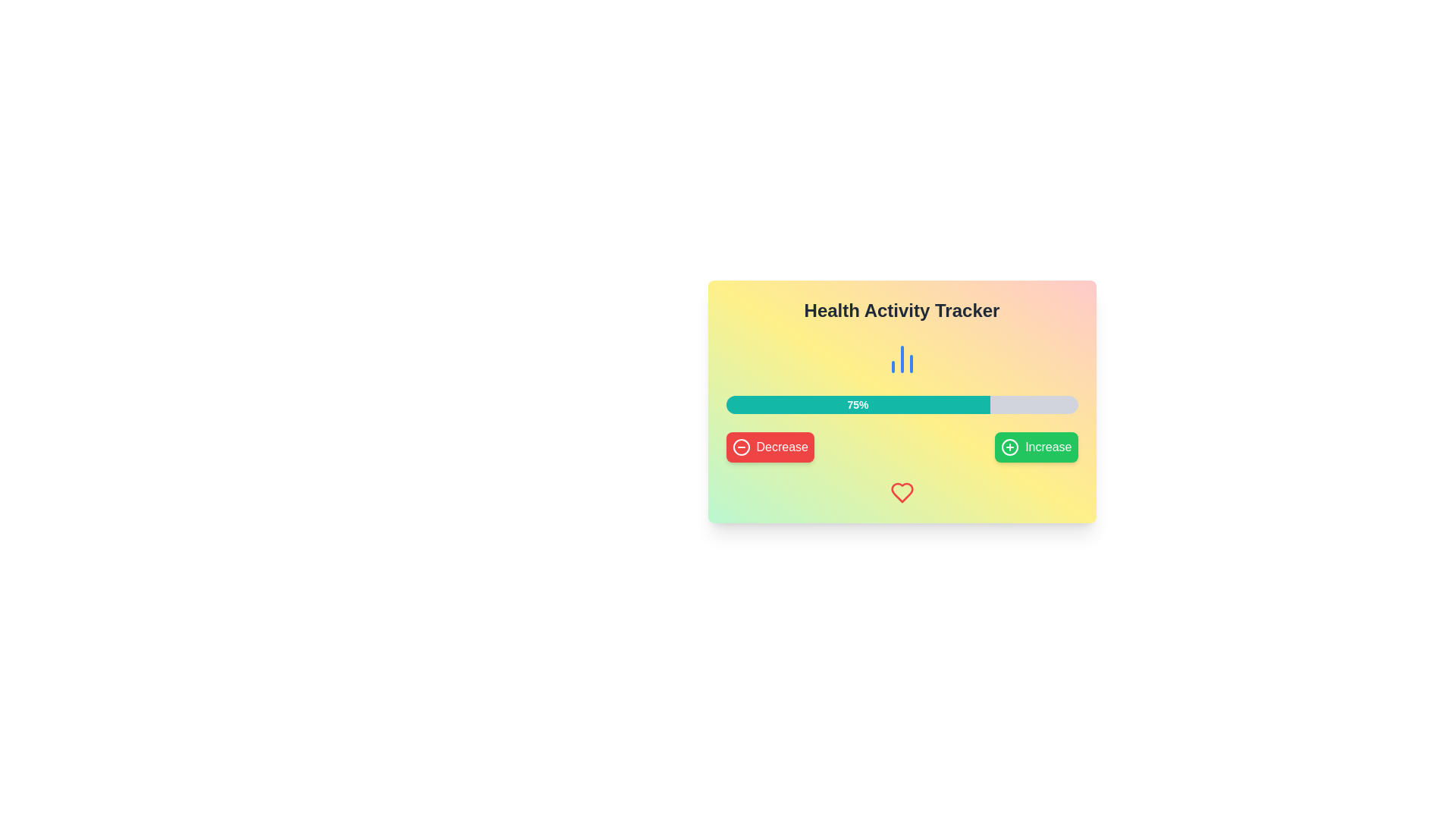 This screenshot has width=1456, height=819. I want to click on the progress bar indicating 75% completion in the 'Health Activity Tracker' interface, so click(902, 403).